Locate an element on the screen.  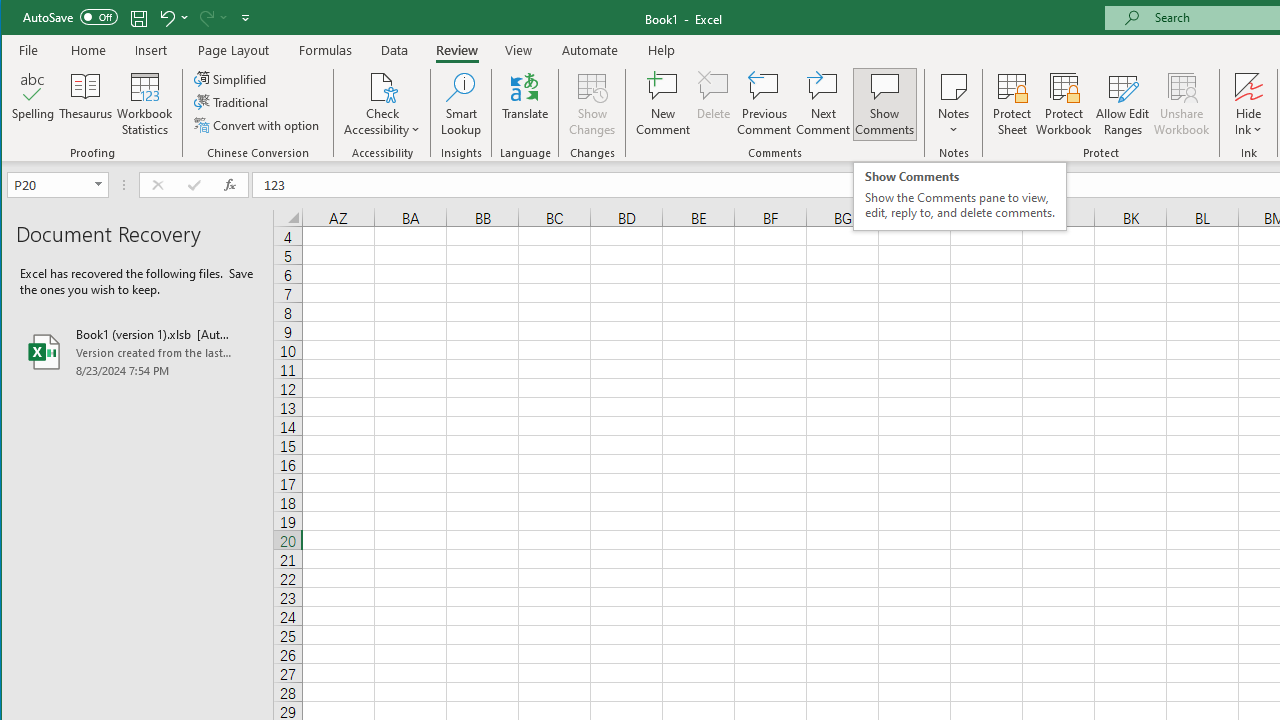
'Unshare Workbook' is located at coordinates (1182, 104).